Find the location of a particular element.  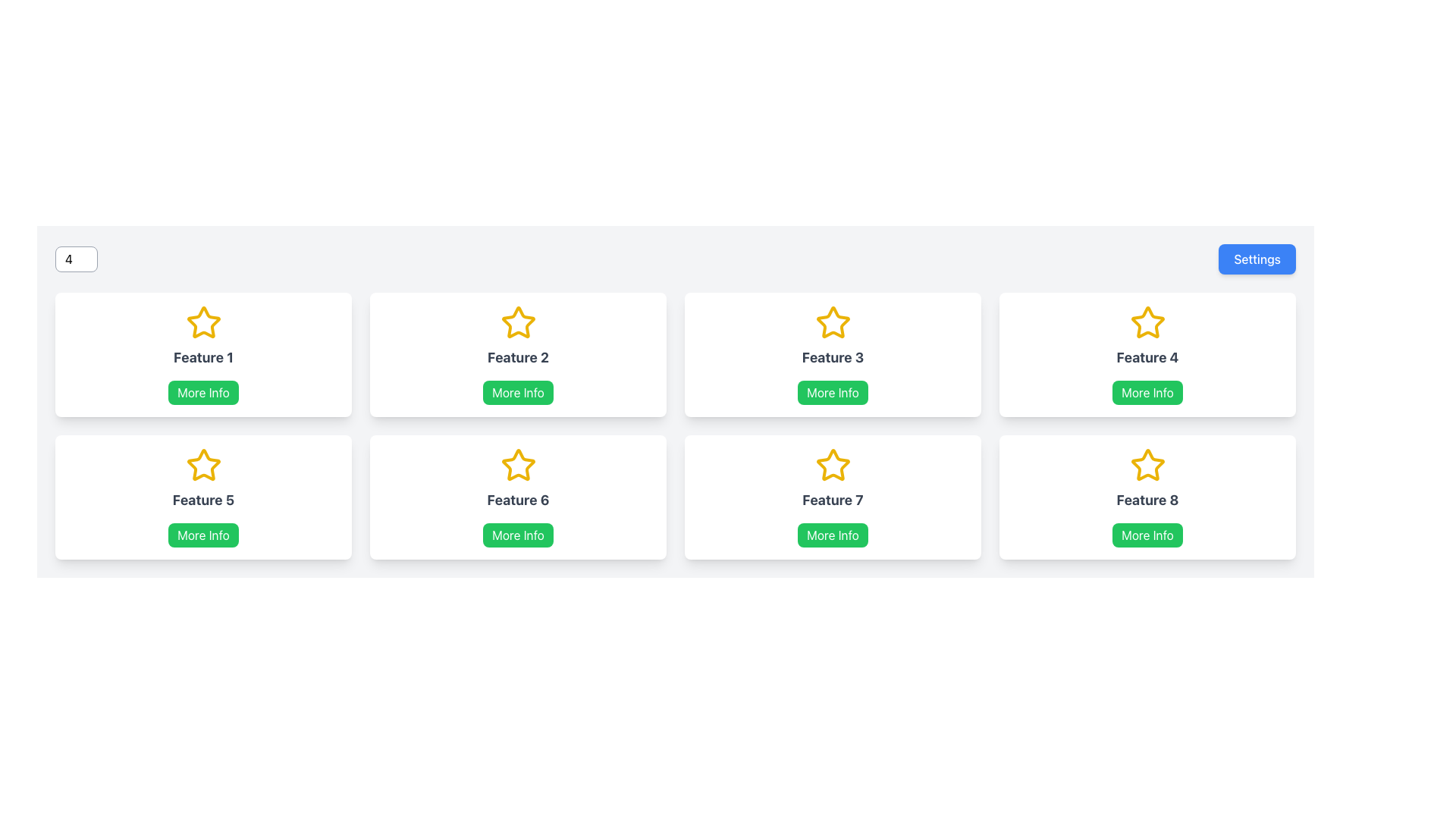

the button located within the 'Feature 2' card, beneath the heading 'Feature 2' and next to the gold star icon is located at coordinates (518, 391).